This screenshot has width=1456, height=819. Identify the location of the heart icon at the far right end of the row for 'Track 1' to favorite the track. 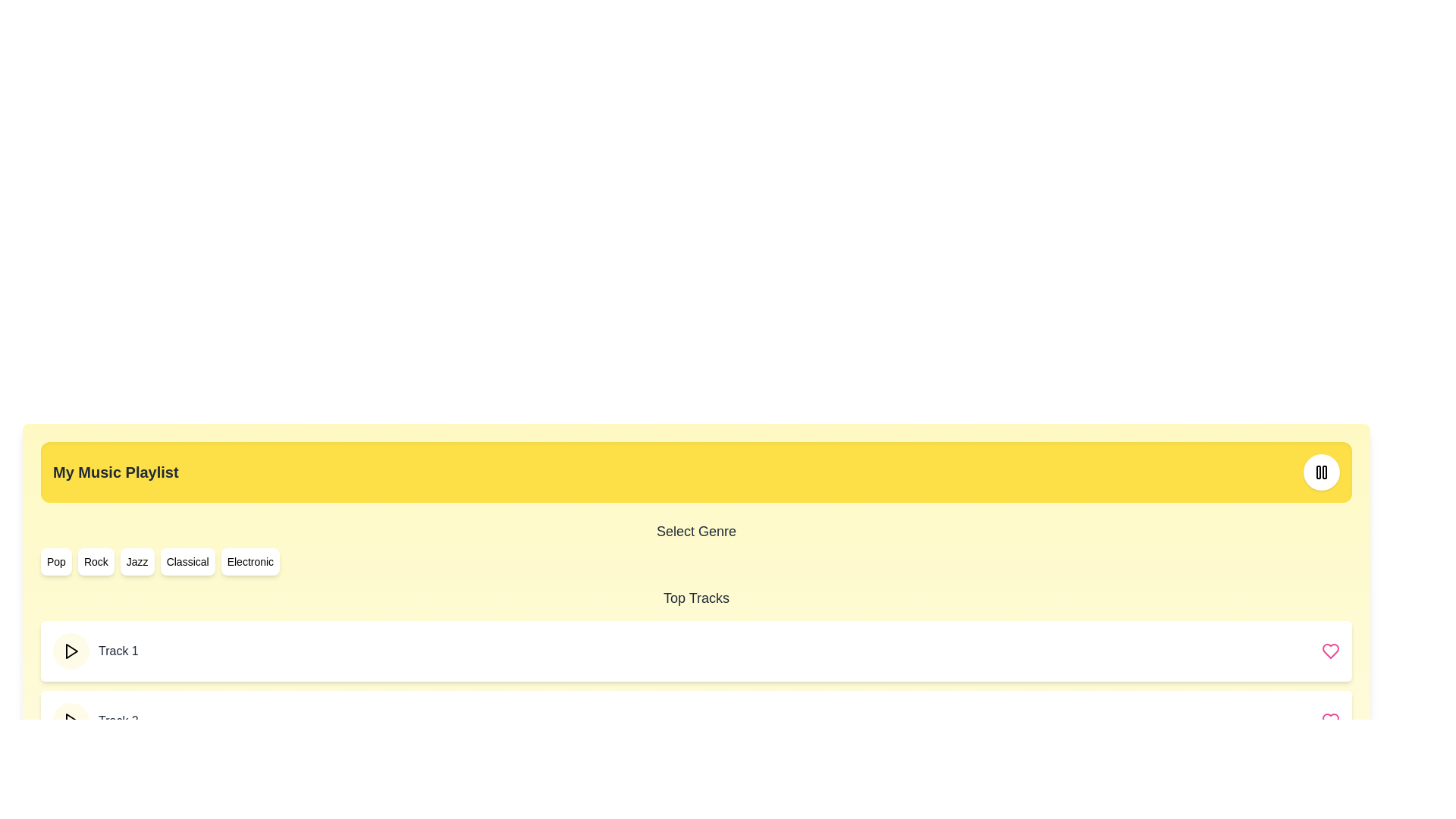
(1330, 651).